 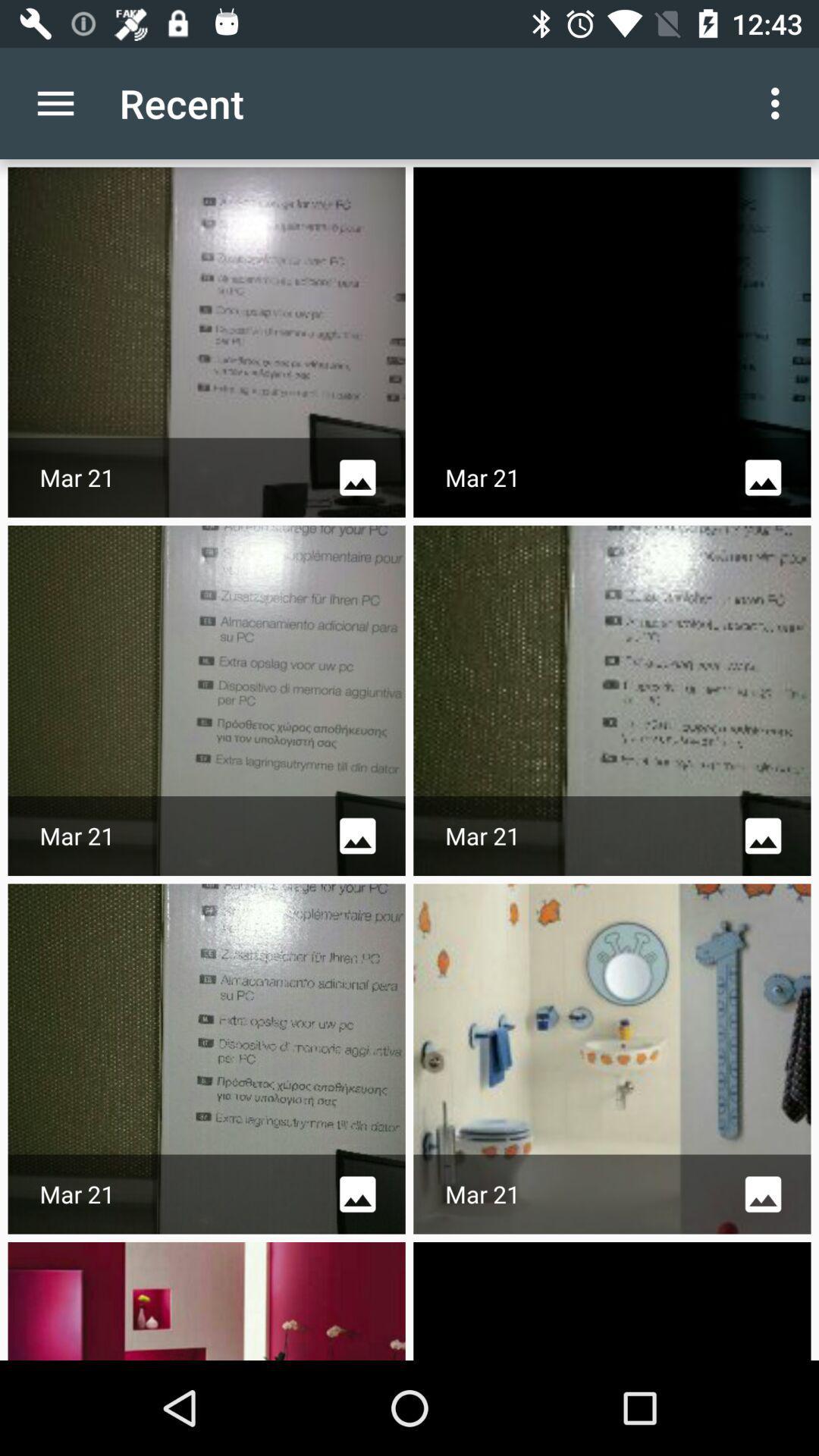 What do you see at coordinates (55, 102) in the screenshot?
I see `the icon to the left of recent item` at bounding box center [55, 102].